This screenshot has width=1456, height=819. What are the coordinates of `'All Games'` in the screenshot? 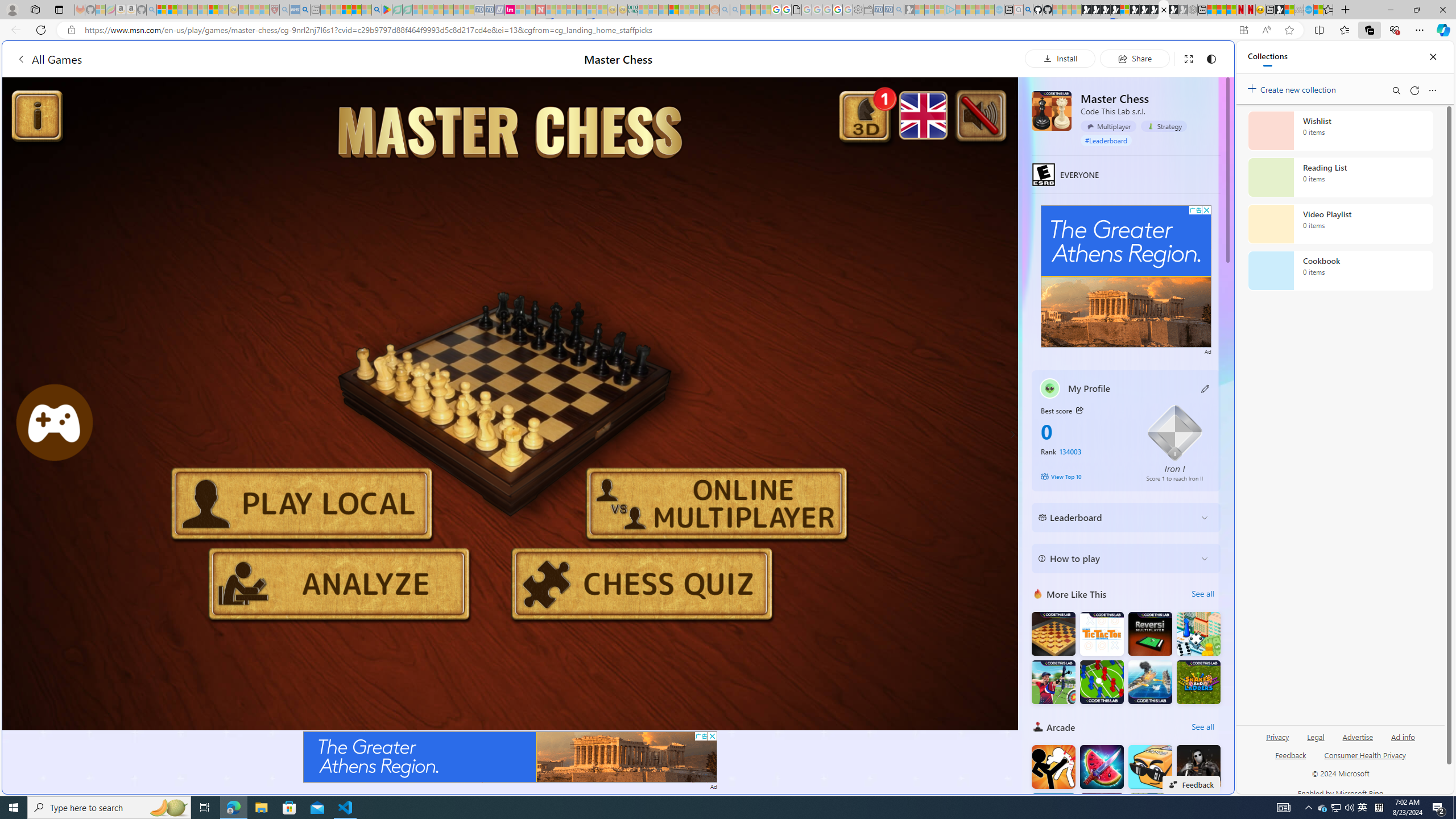 It's located at (49, 59).